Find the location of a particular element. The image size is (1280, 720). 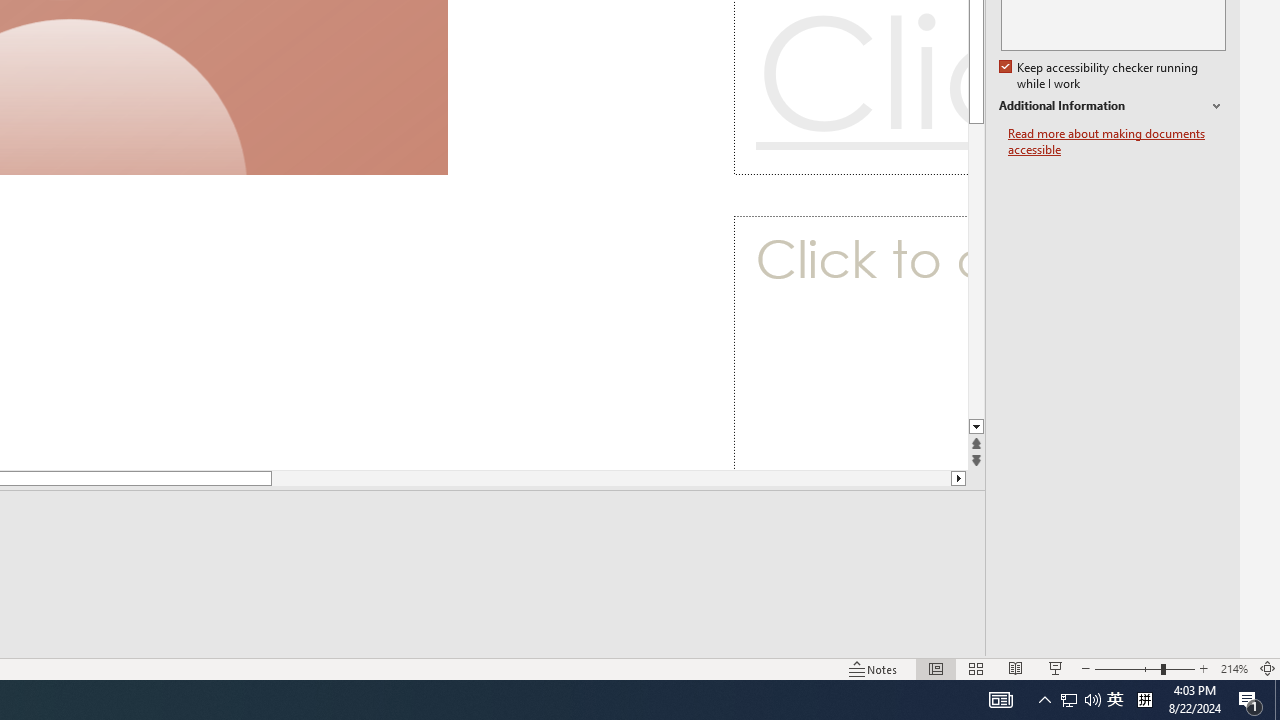

'Zoom 214%' is located at coordinates (1233, 669).